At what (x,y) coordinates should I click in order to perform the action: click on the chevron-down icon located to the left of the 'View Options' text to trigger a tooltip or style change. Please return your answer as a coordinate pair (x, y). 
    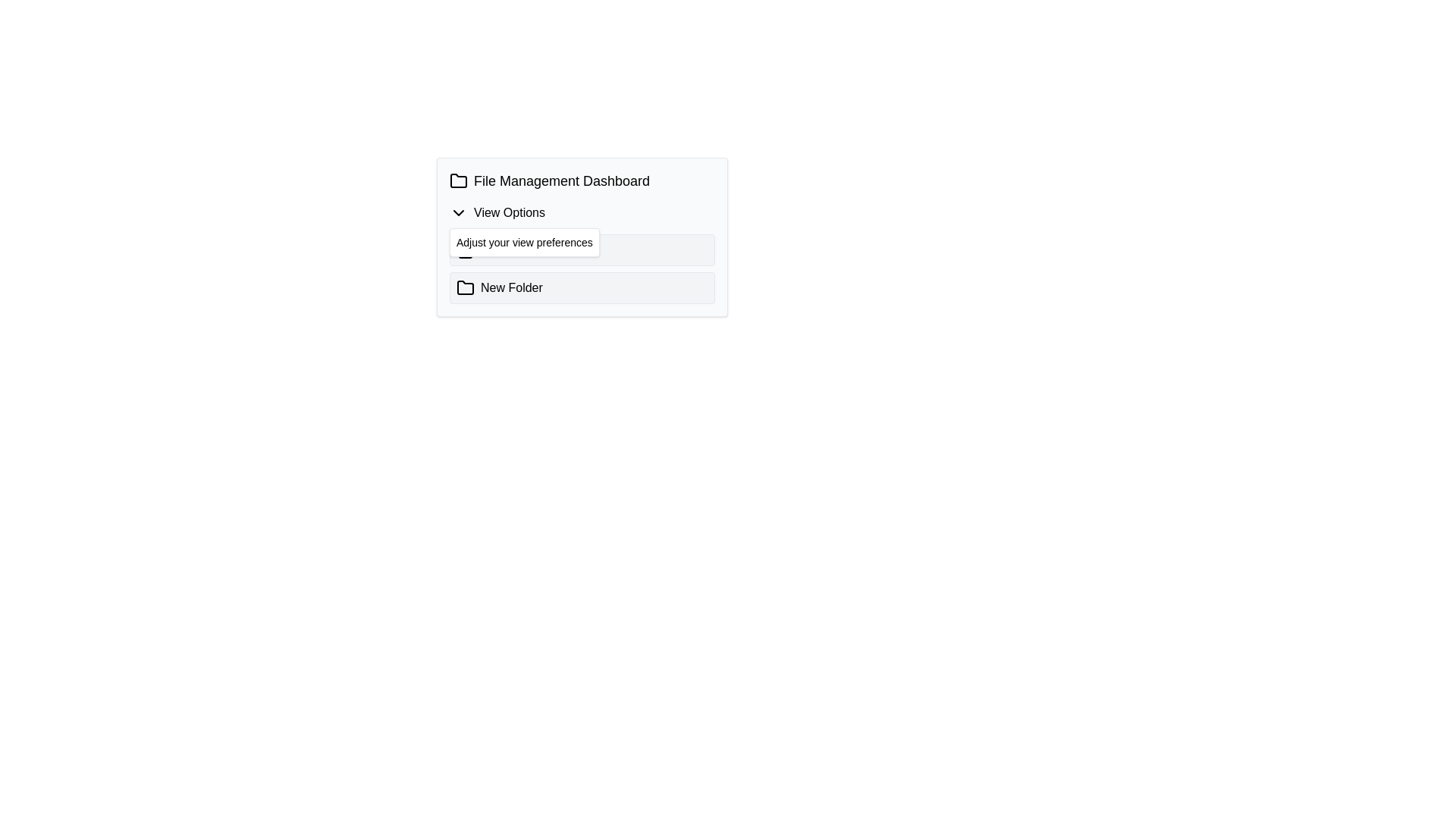
    Looking at the image, I should click on (457, 213).